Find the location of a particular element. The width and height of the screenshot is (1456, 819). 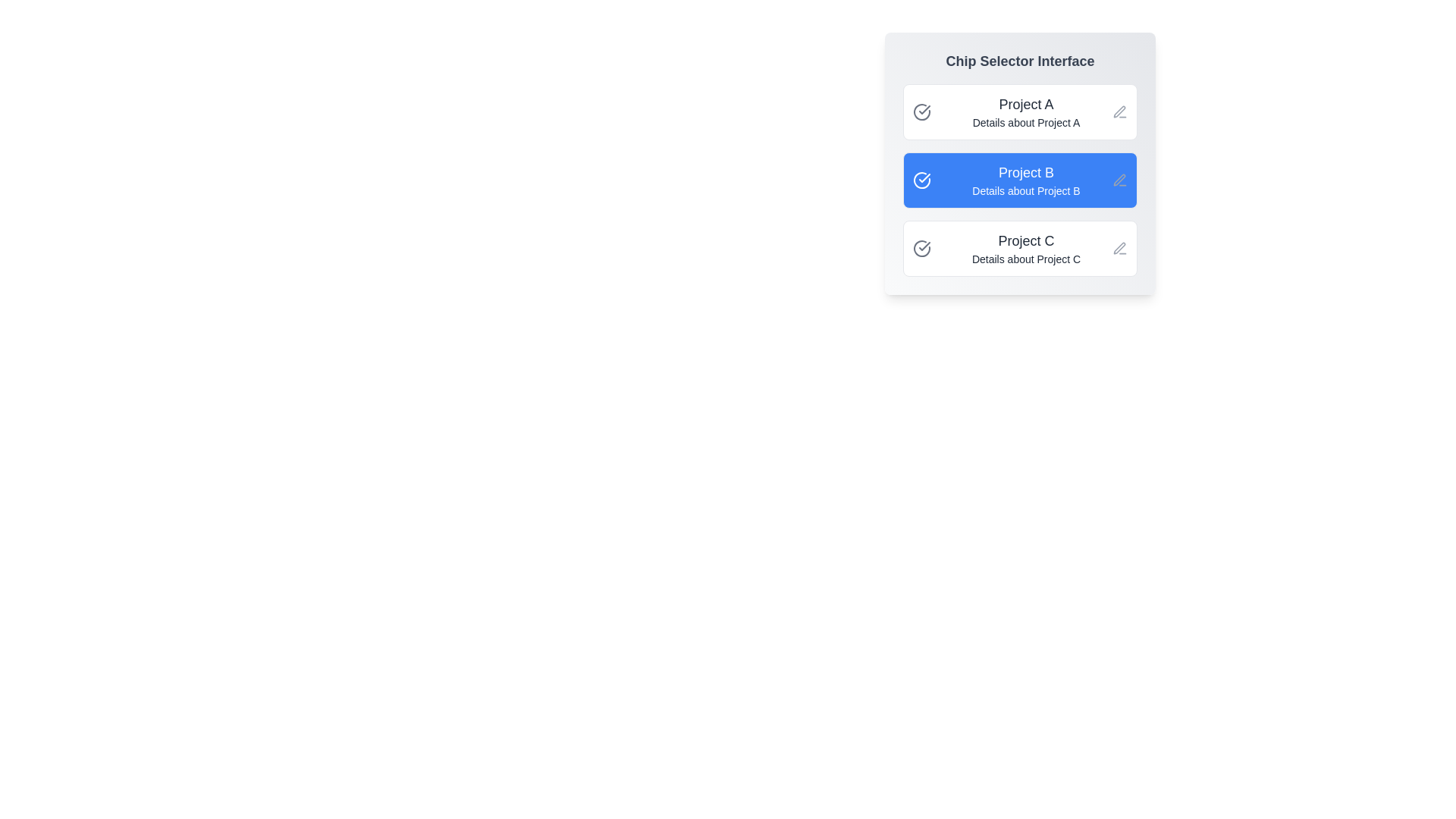

the chip corresponding to Project A to toggle its active state is located at coordinates (1020, 111).